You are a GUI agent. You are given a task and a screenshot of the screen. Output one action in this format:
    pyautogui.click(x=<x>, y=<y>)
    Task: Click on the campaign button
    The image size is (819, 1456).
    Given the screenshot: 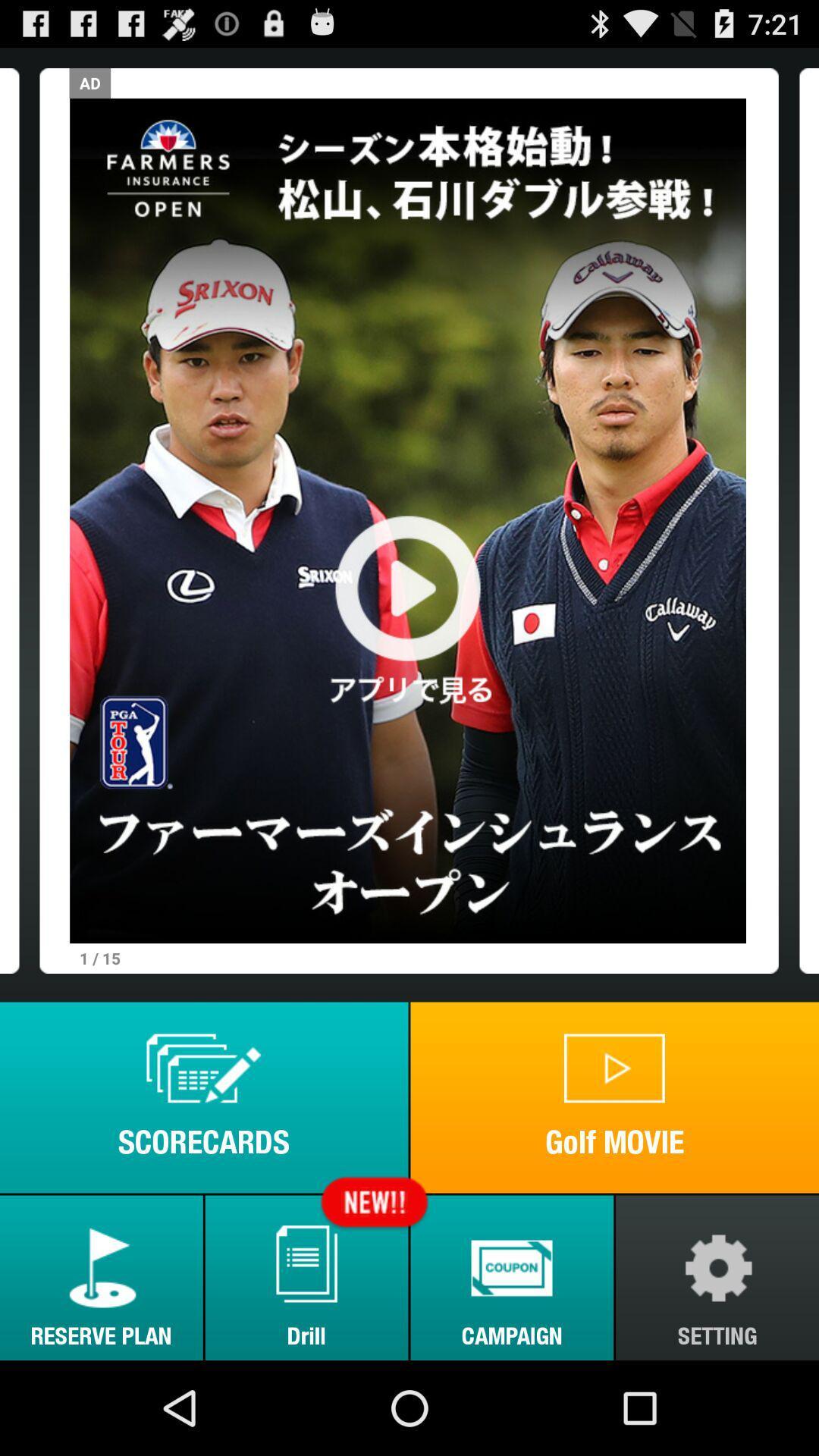 What is the action you would take?
    pyautogui.click(x=512, y=1277)
    